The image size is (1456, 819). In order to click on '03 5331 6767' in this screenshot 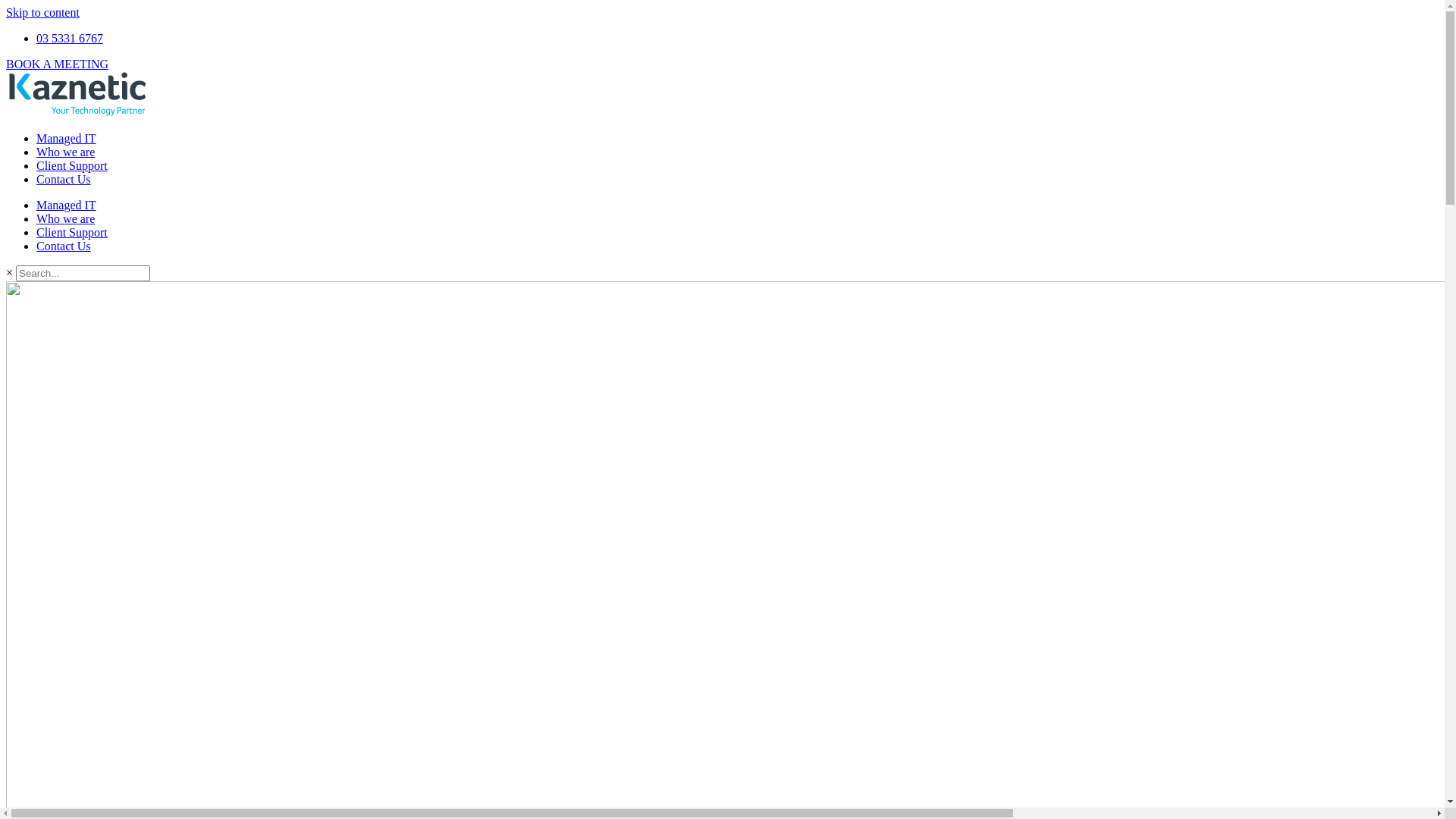, I will do `click(36, 37)`.